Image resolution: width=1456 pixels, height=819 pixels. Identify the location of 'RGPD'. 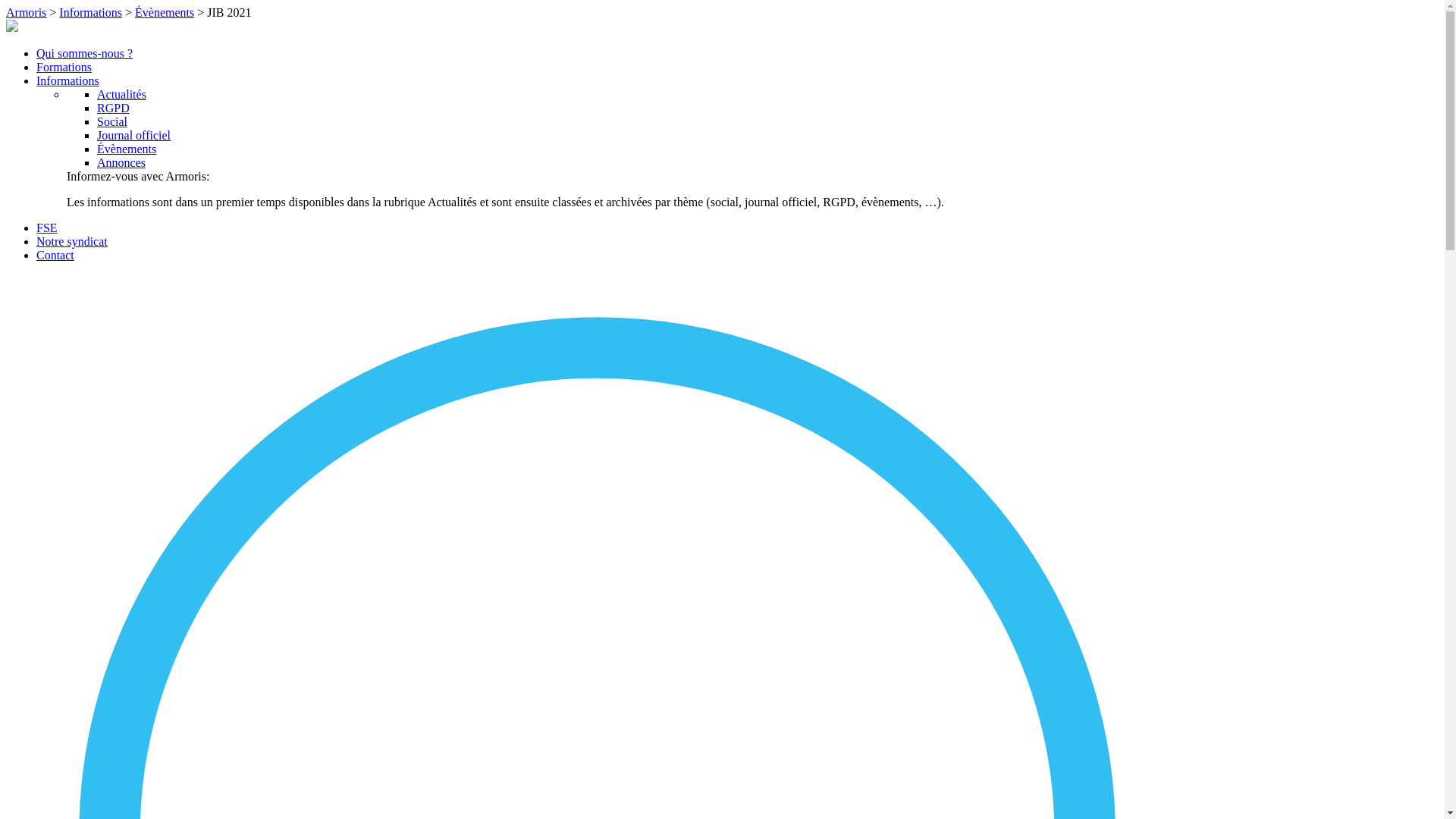
(112, 107).